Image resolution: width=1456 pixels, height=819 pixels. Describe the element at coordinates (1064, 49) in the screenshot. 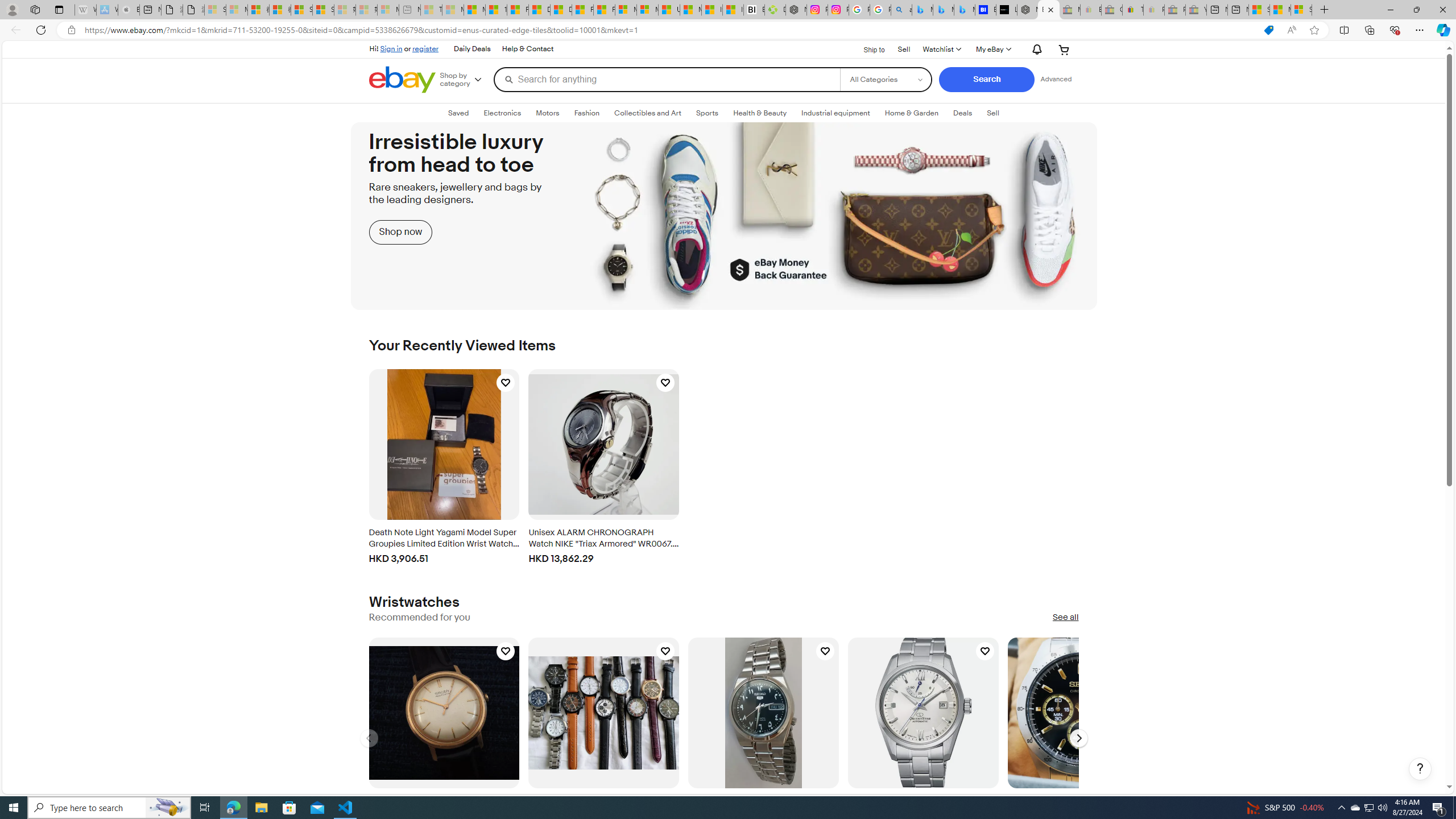

I see `'Expand Cart'` at that location.